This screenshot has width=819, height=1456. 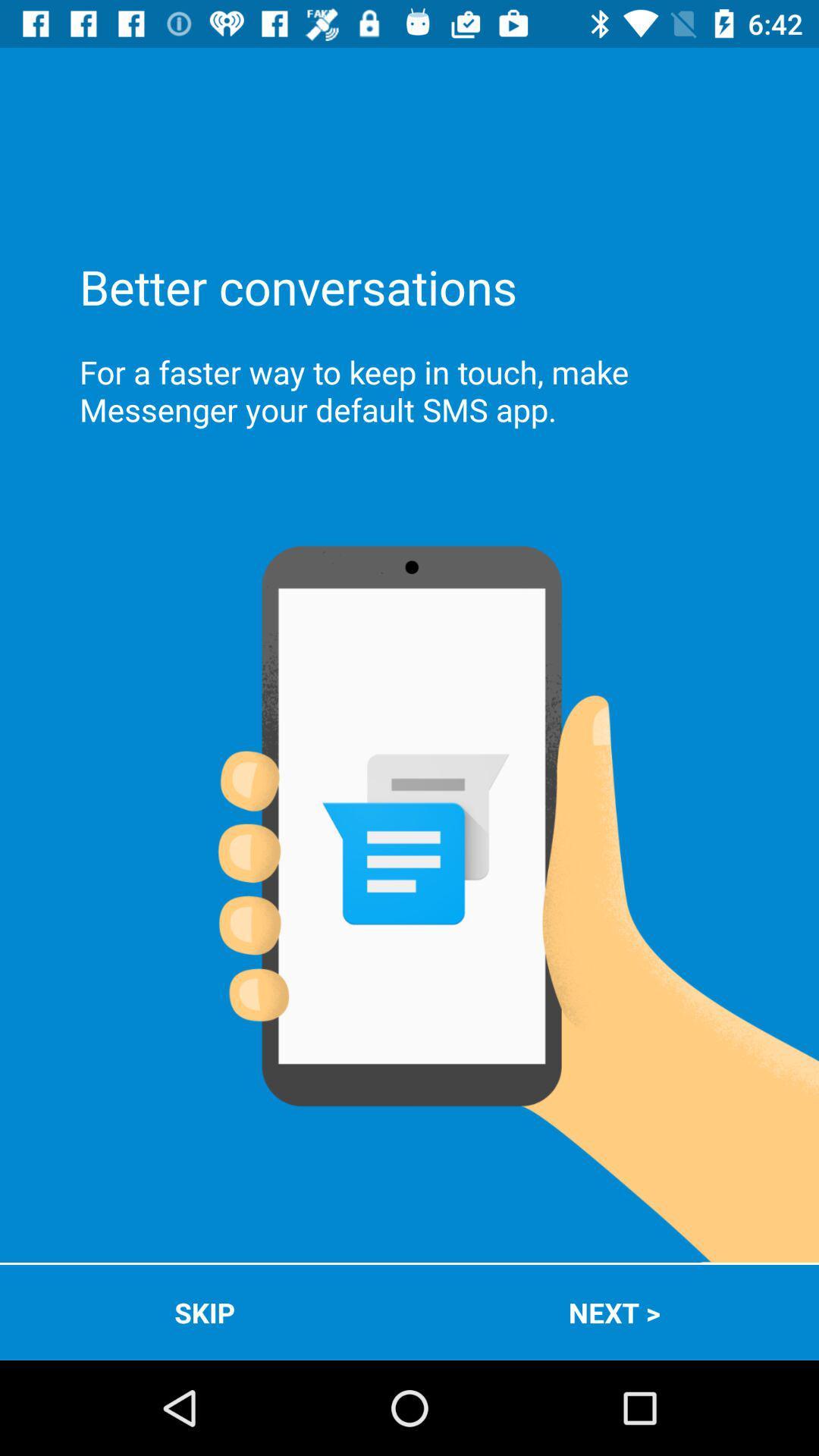 I want to click on the icon to the right of the skip, so click(x=614, y=1312).